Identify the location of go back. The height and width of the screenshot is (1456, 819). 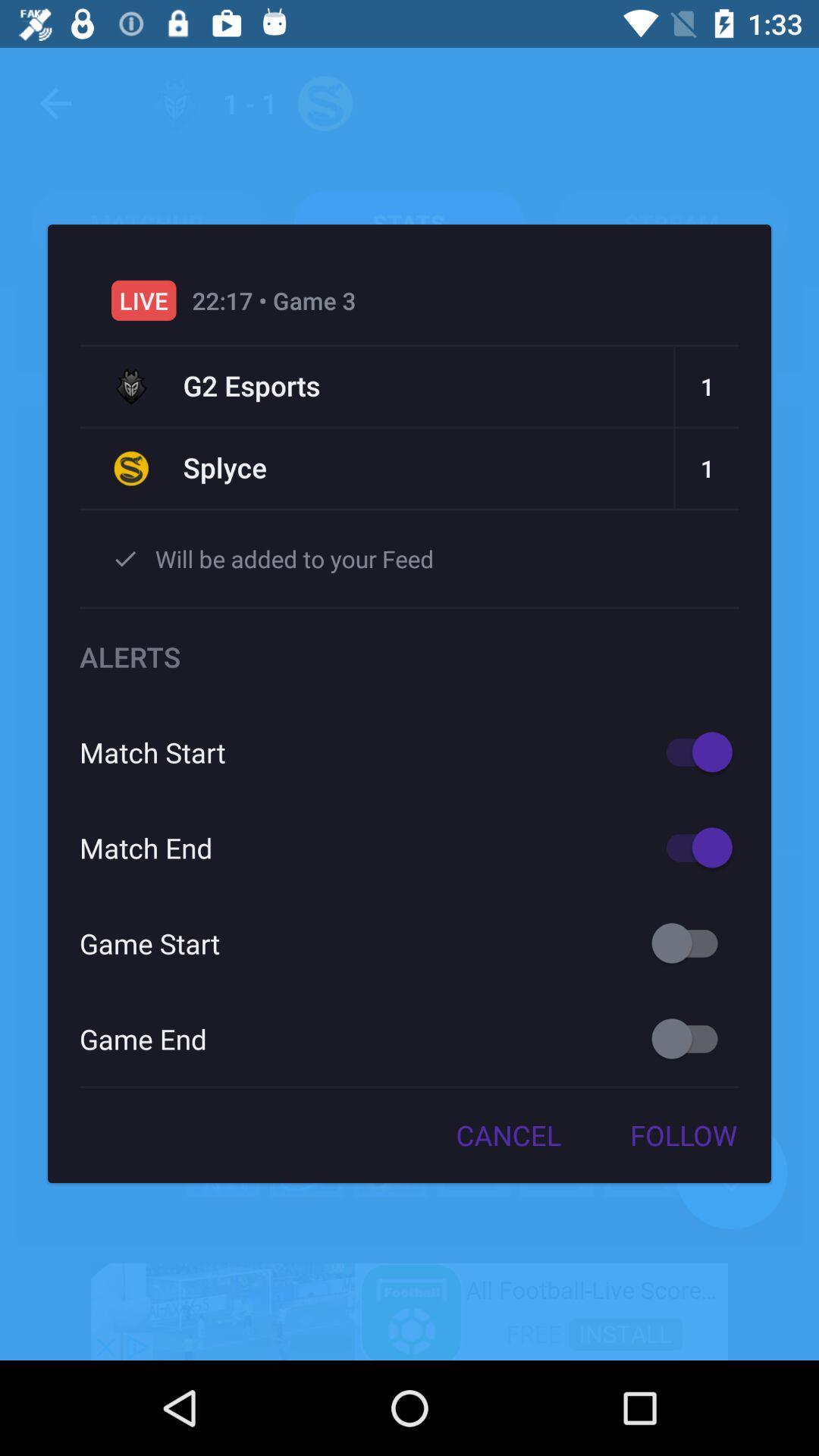
(692, 1037).